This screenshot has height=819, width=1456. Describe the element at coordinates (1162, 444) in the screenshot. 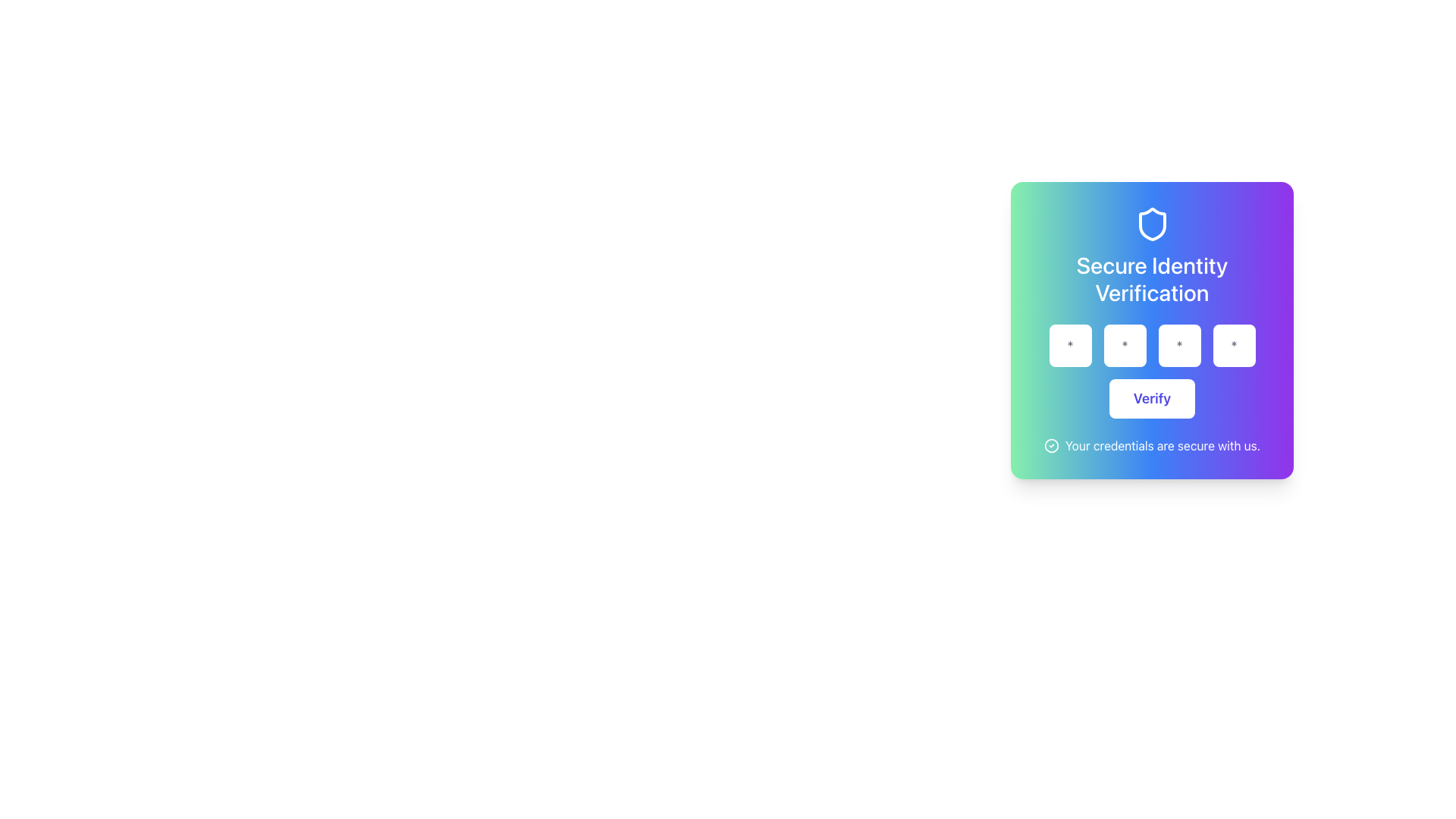

I see `the static text label that reassures users about the security of their login credentials during the verification process, located in the bottom section of a card-like user interface, adjacent to a circular checkmark icon` at that location.